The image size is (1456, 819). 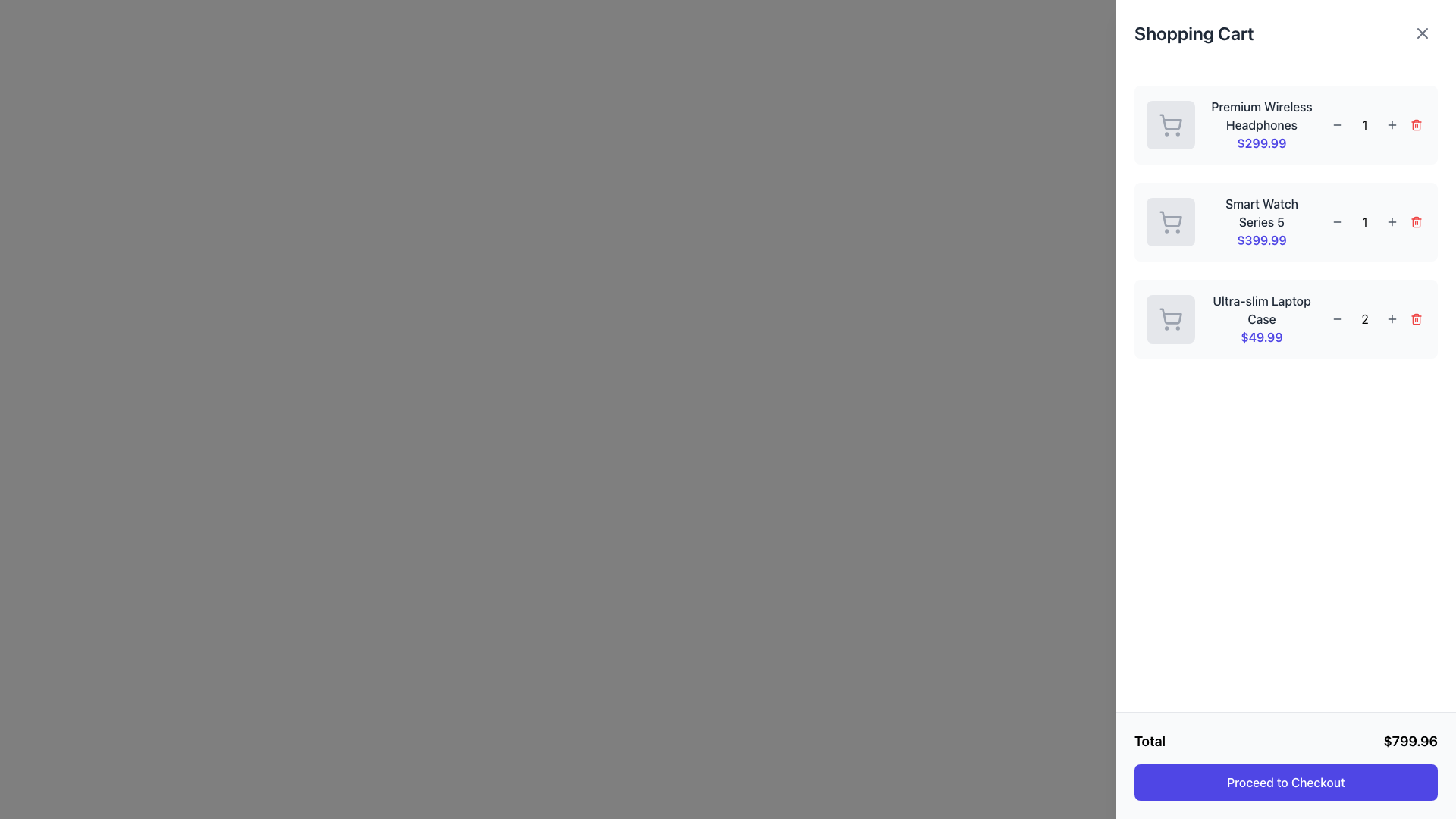 What do you see at coordinates (1262, 222) in the screenshot?
I see `the text display showing the product name 'Smart Watch Series 5' and price '$399.99' in the second product card of the shopping cart interface` at bounding box center [1262, 222].